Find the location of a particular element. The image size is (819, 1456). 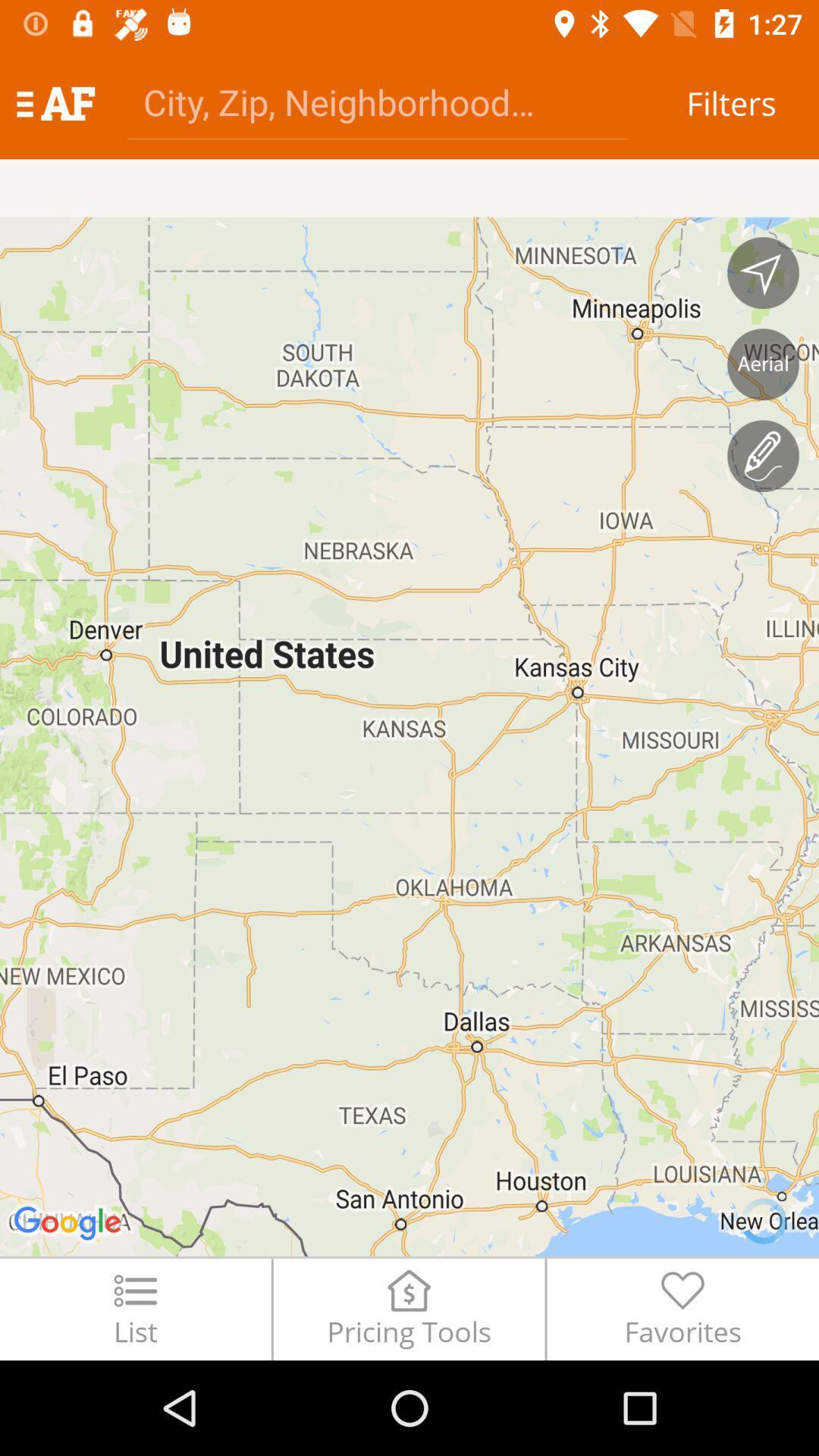

the navigation icon is located at coordinates (763, 273).